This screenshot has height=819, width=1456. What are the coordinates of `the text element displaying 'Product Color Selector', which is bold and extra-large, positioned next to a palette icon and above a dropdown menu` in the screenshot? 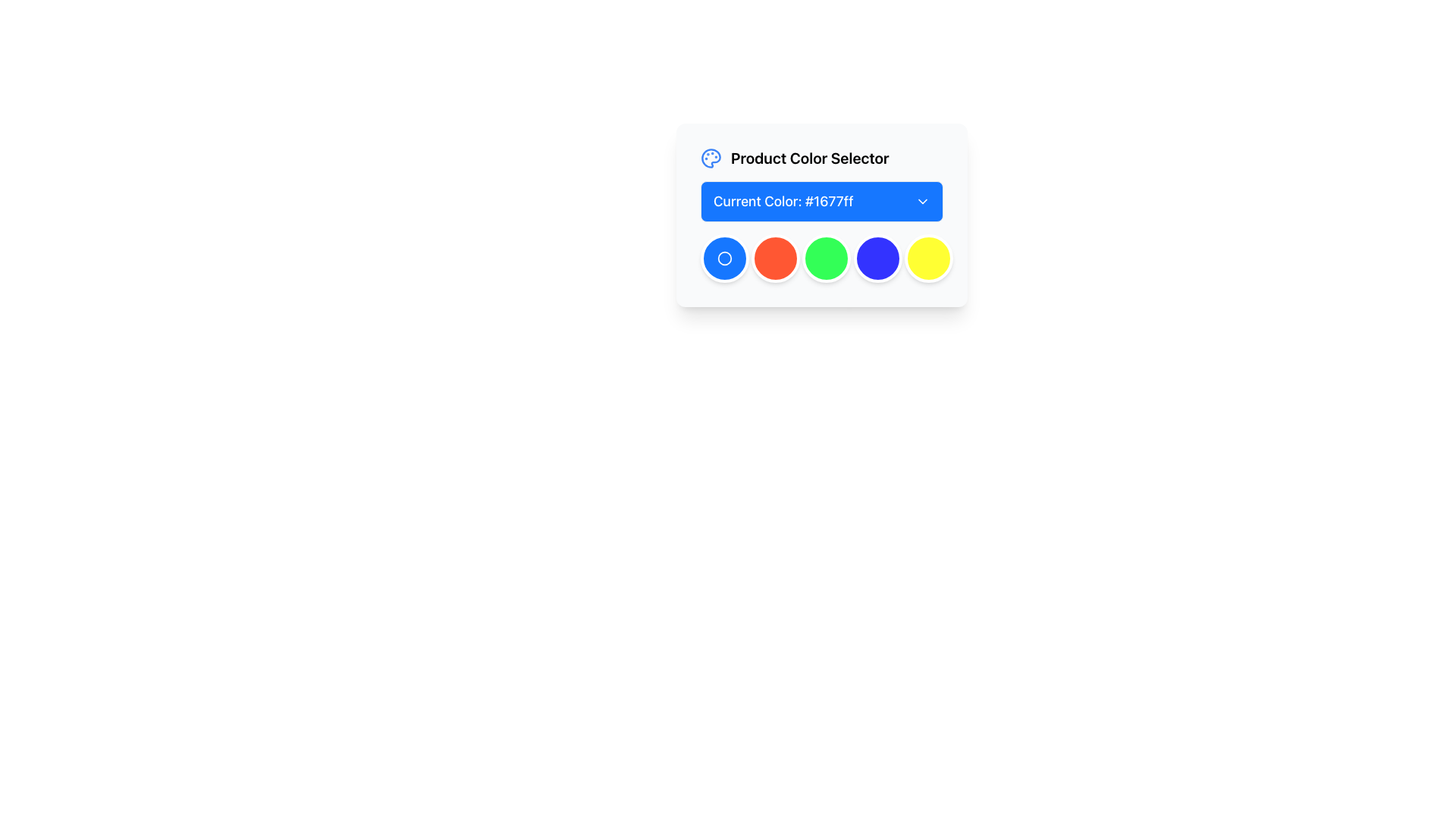 It's located at (809, 158).